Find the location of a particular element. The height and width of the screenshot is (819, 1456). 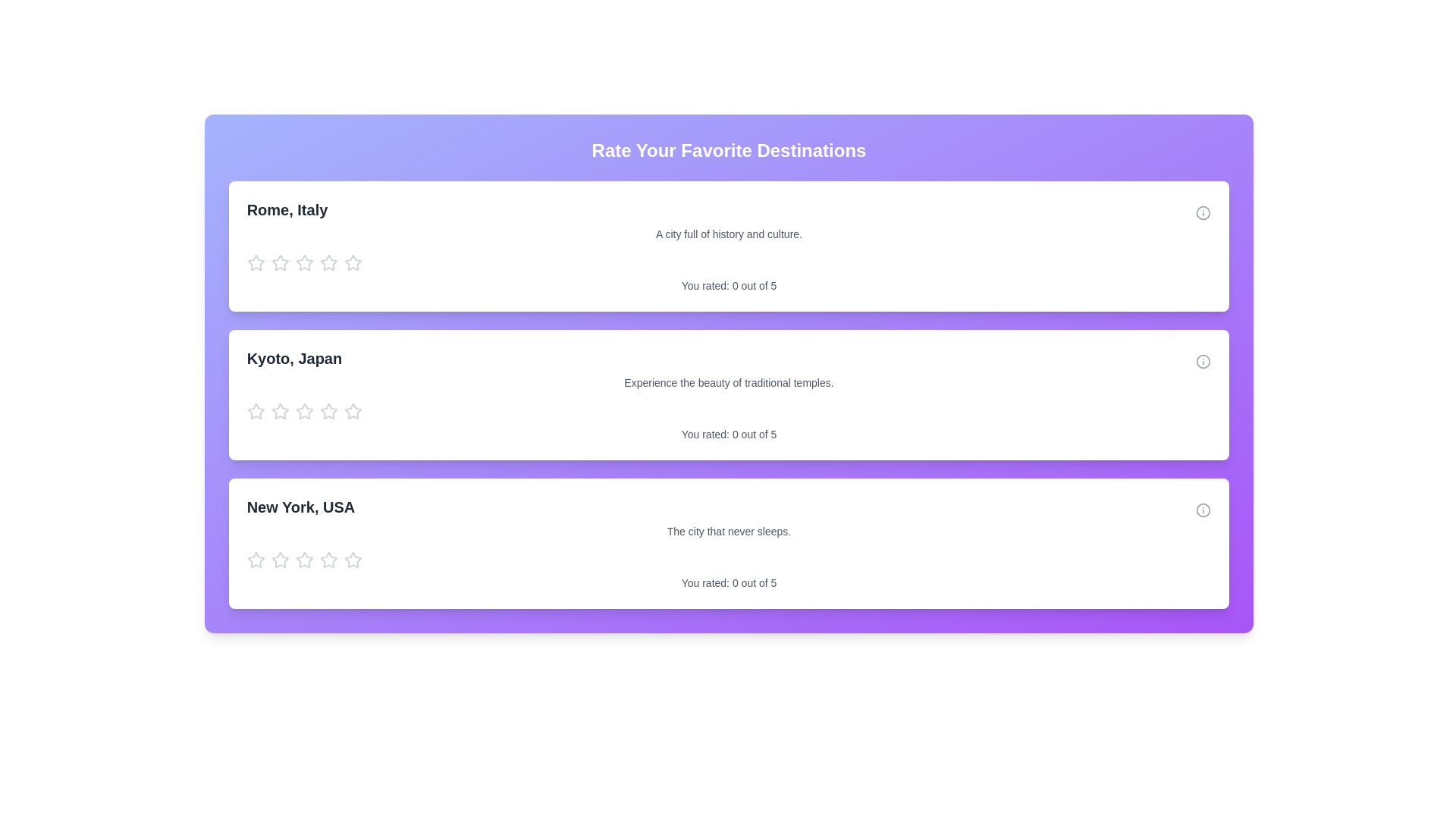

the second star icon in the rating component for 'Kyoto, Japan' to rate it is located at coordinates (352, 411).